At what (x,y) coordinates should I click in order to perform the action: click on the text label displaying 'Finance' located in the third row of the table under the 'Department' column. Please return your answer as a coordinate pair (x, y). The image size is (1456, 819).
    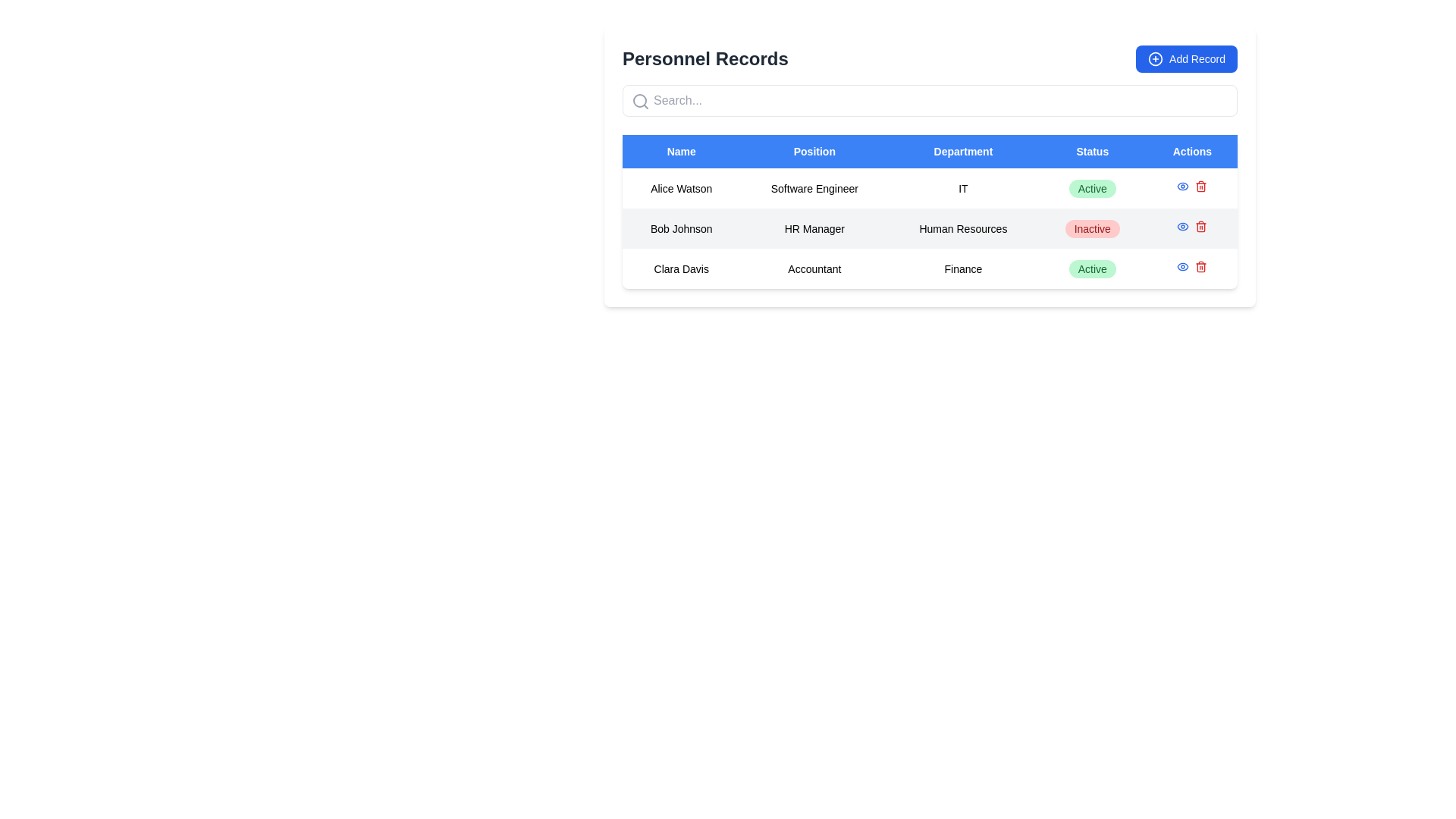
    Looking at the image, I should click on (962, 268).